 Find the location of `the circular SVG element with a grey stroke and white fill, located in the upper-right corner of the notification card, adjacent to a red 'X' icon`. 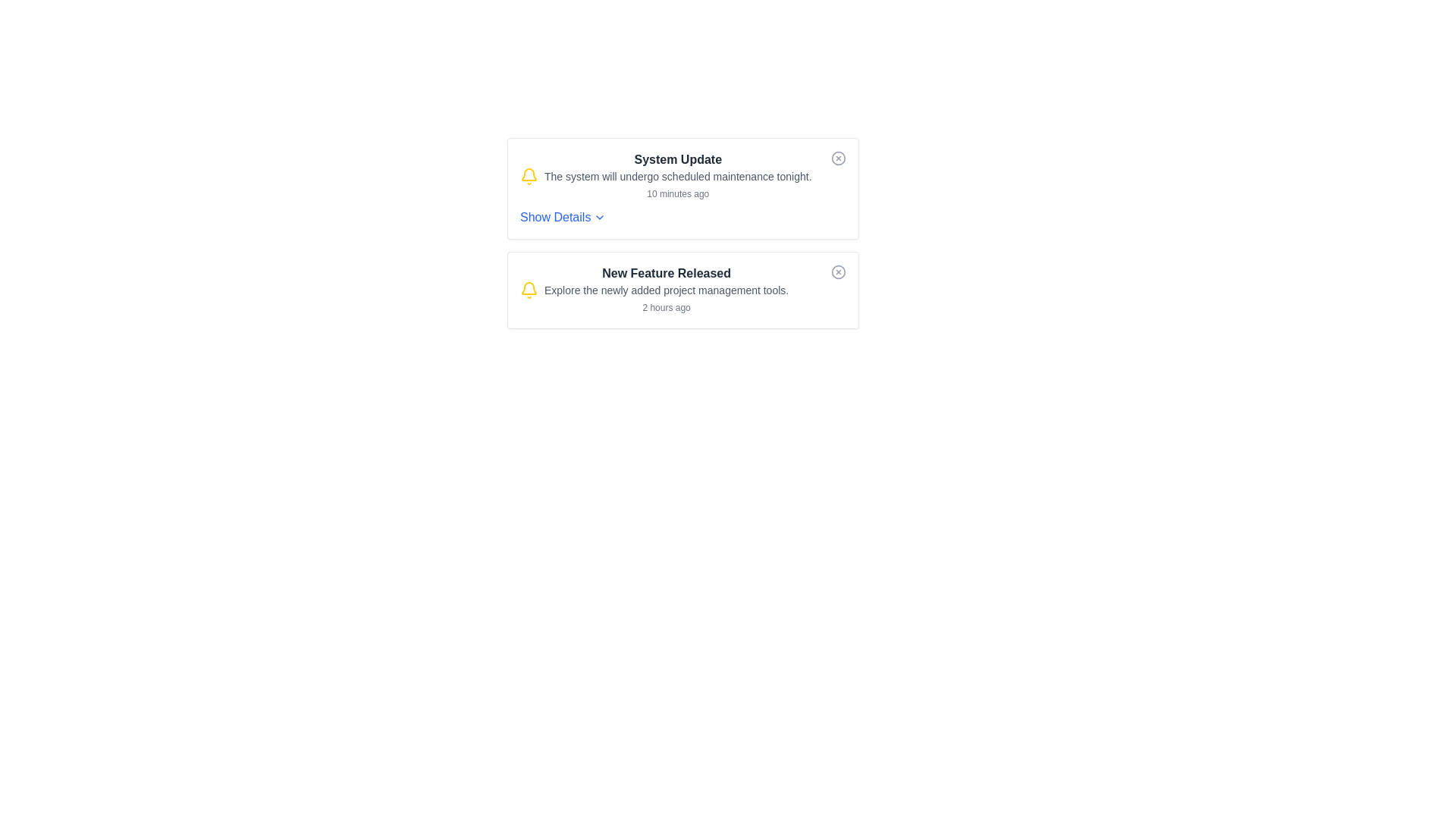

the circular SVG element with a grey stroke and white fill, located in the upper-right corner of the notification card, adjacent to a red 'X' icon is located at coordinates (837, 271).